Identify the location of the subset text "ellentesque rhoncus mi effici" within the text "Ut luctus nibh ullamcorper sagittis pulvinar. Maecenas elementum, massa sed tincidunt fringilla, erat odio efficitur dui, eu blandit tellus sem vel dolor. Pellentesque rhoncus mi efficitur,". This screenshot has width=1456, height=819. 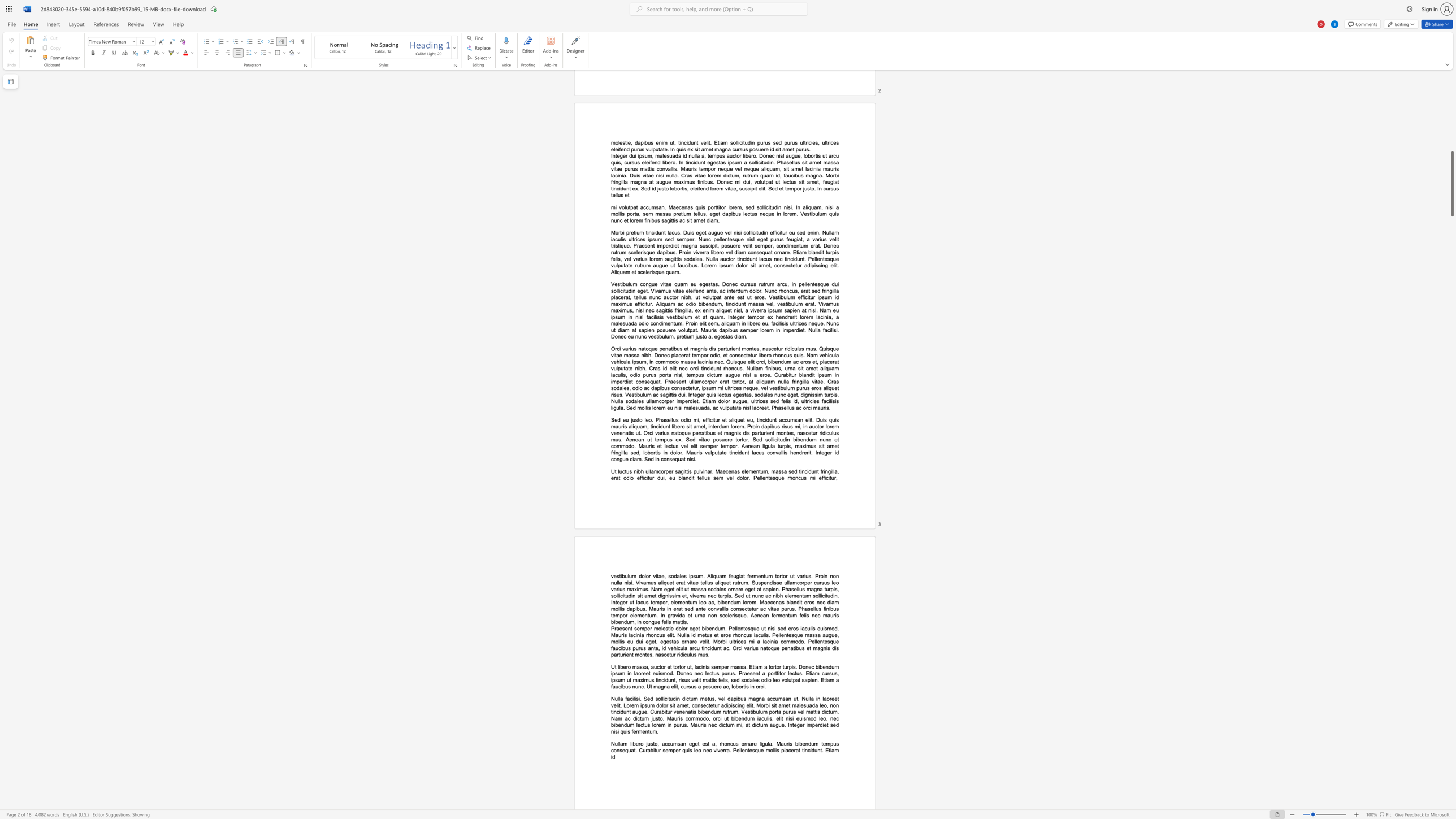
(757, 478).